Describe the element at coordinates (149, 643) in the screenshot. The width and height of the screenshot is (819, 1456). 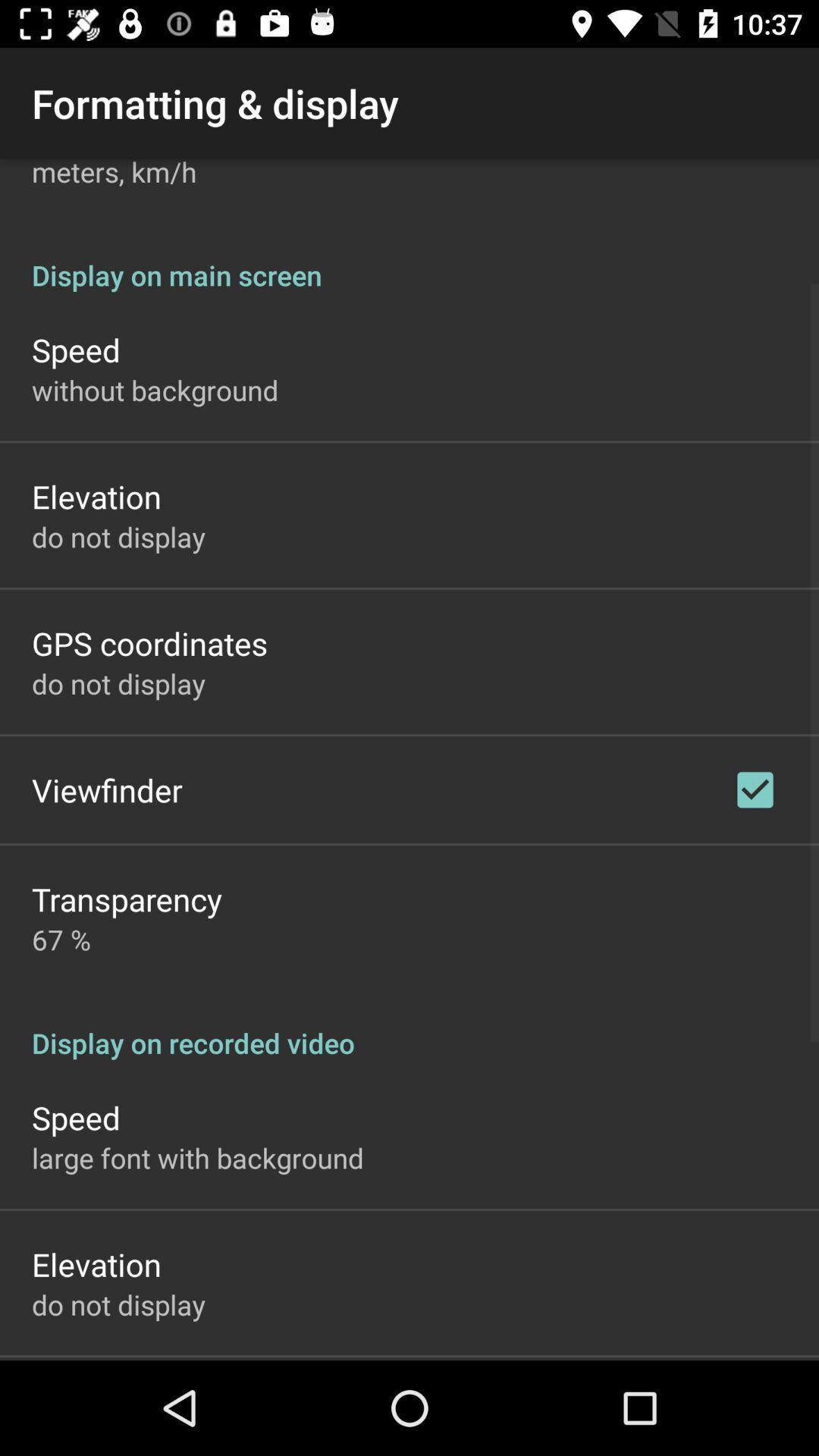
I see `app below do not display` at that location.